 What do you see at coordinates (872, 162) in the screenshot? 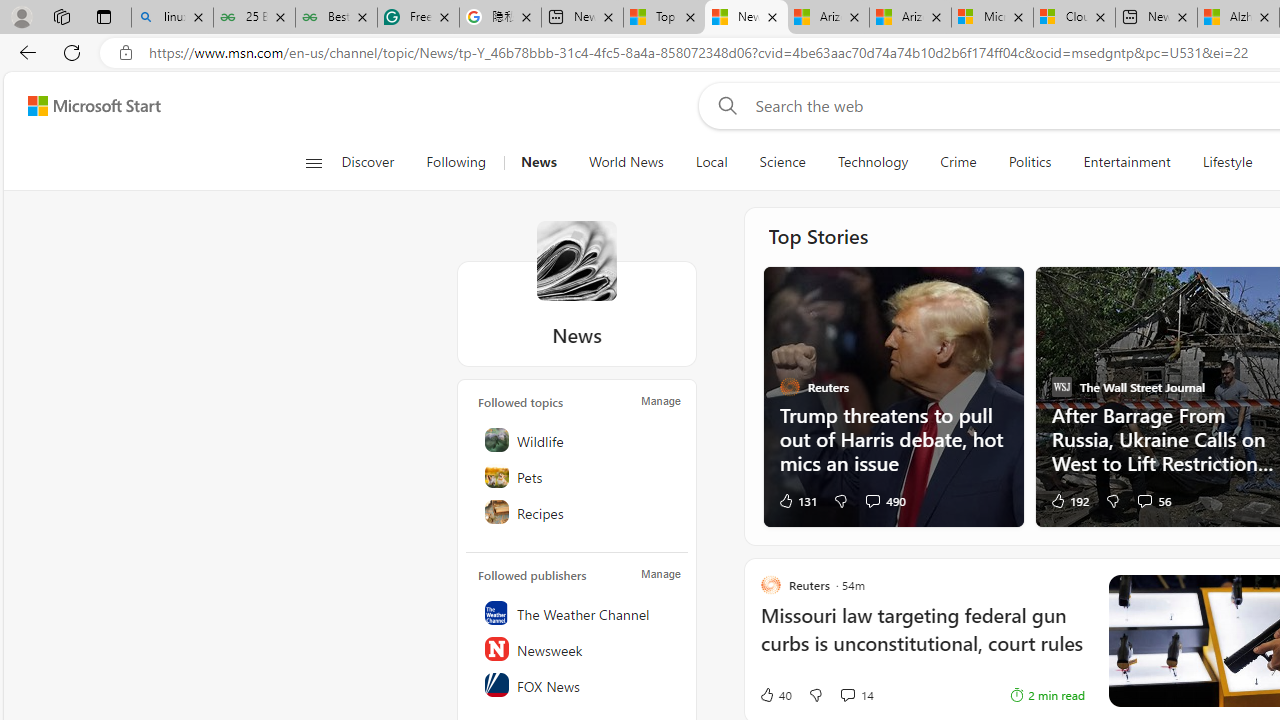
I see `'Technology'` at bounding box center [872, 162].